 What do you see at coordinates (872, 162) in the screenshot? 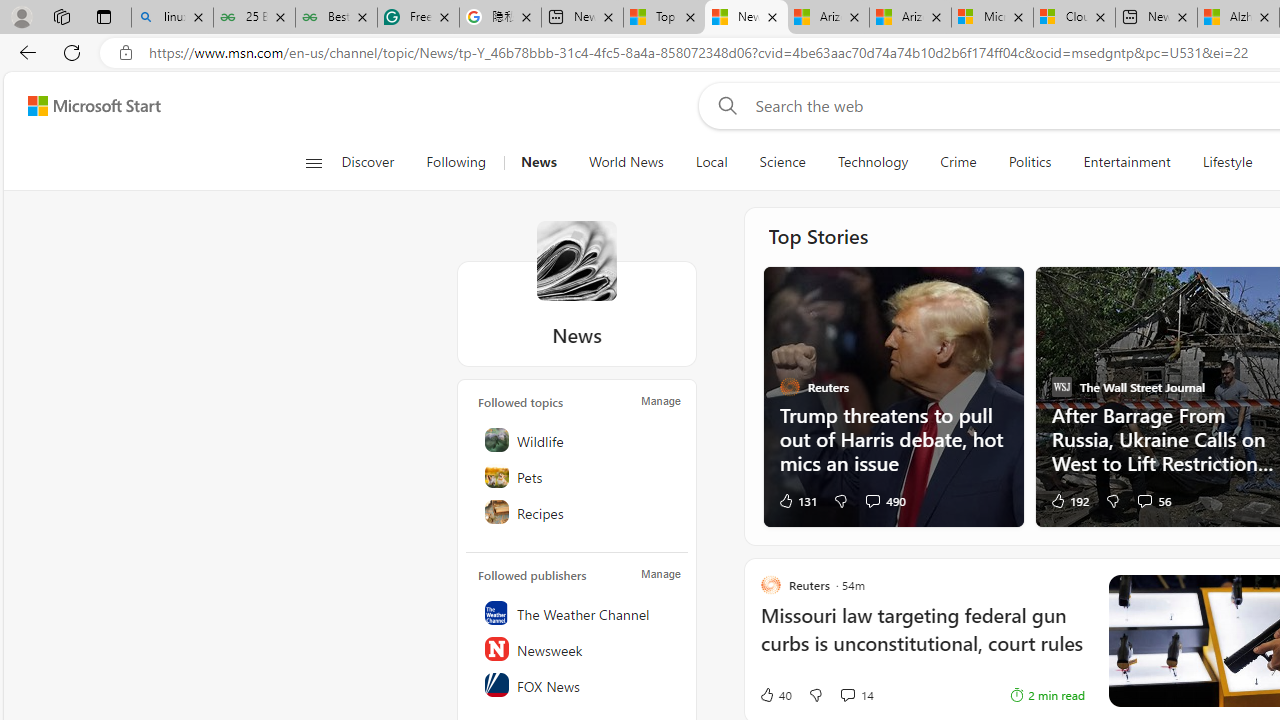
I see `'Technology'` at bounding box center [872, 162].